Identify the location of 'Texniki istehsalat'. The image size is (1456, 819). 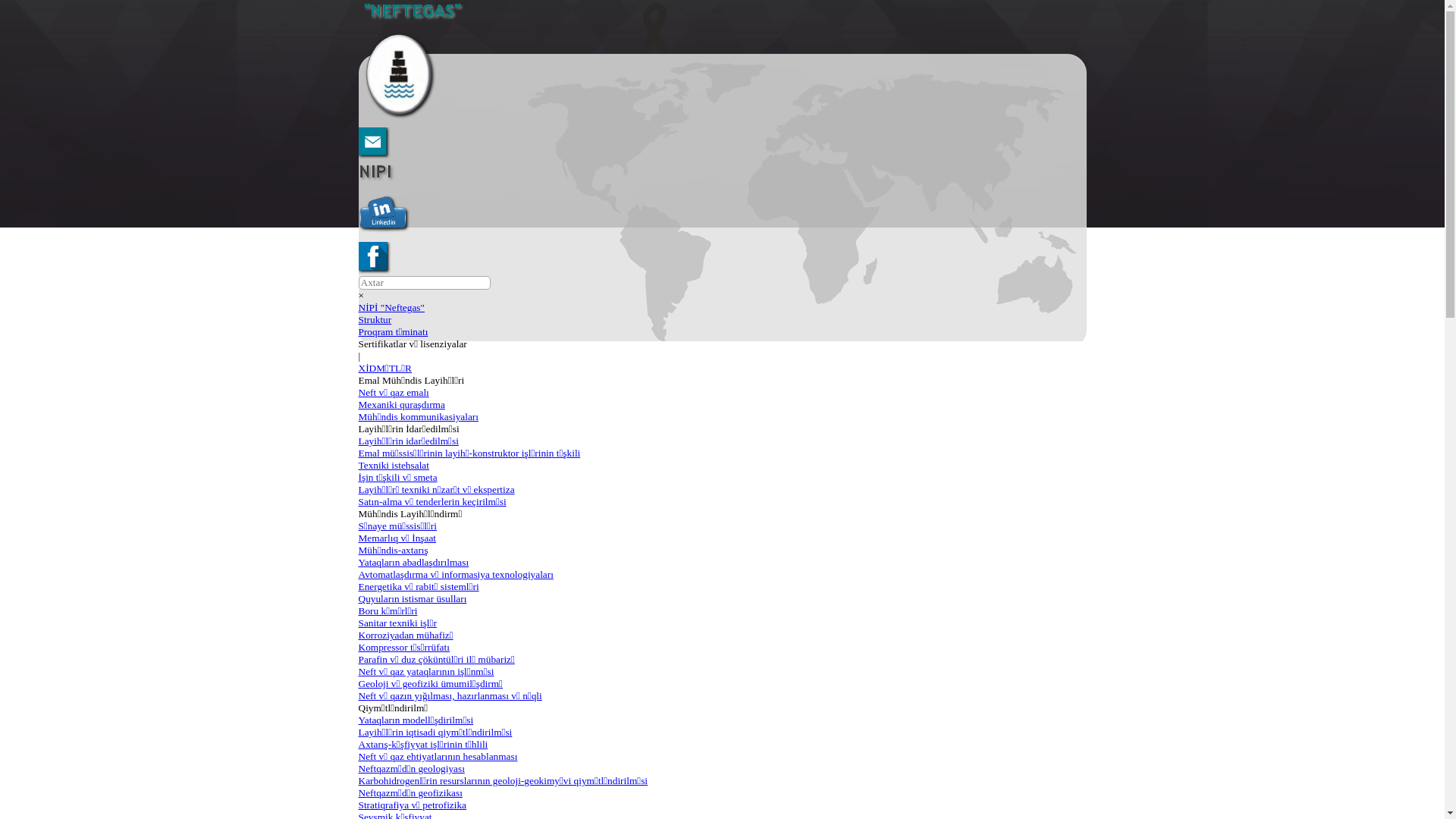
(393, 464).